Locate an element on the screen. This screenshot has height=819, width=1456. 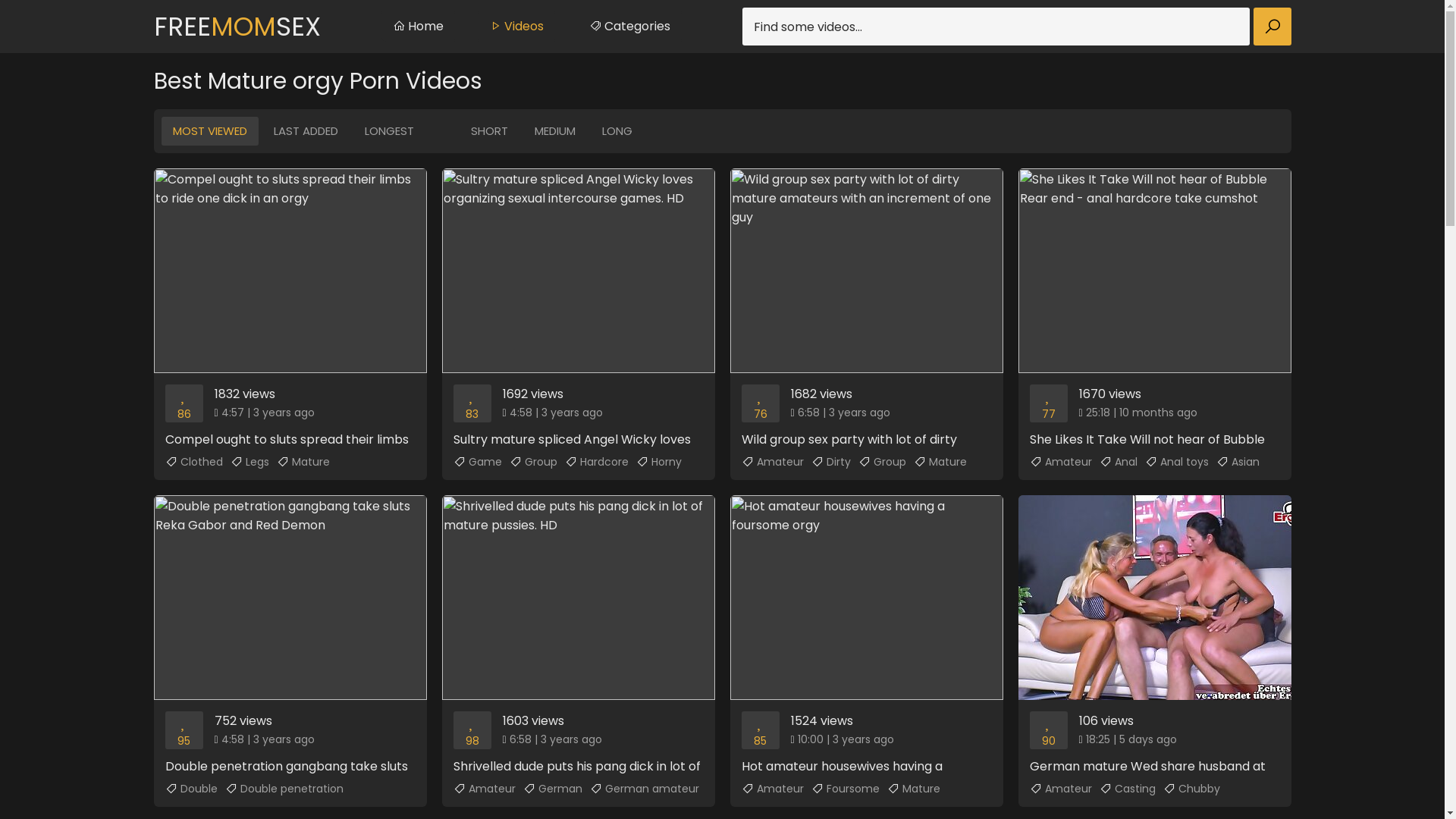
'Dirty' is located at coordinates (830, 461).